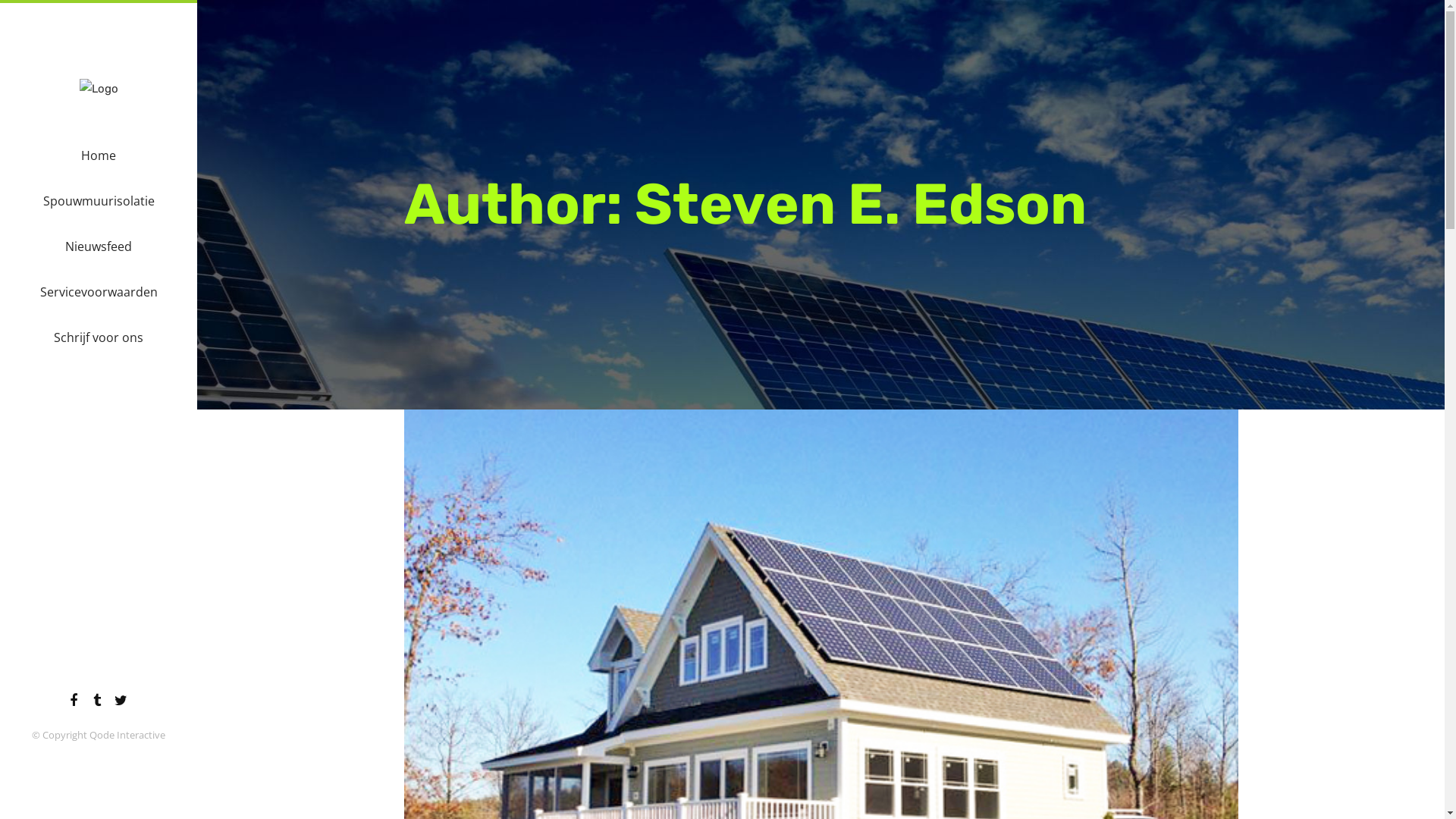 Image resolution: width=1456 pixels, height=819 pixels. What do you see at coordinates (97, 200) in the screenshot?
I see `'Spouwmuurisolatie'` at bounding box center [97, 200].